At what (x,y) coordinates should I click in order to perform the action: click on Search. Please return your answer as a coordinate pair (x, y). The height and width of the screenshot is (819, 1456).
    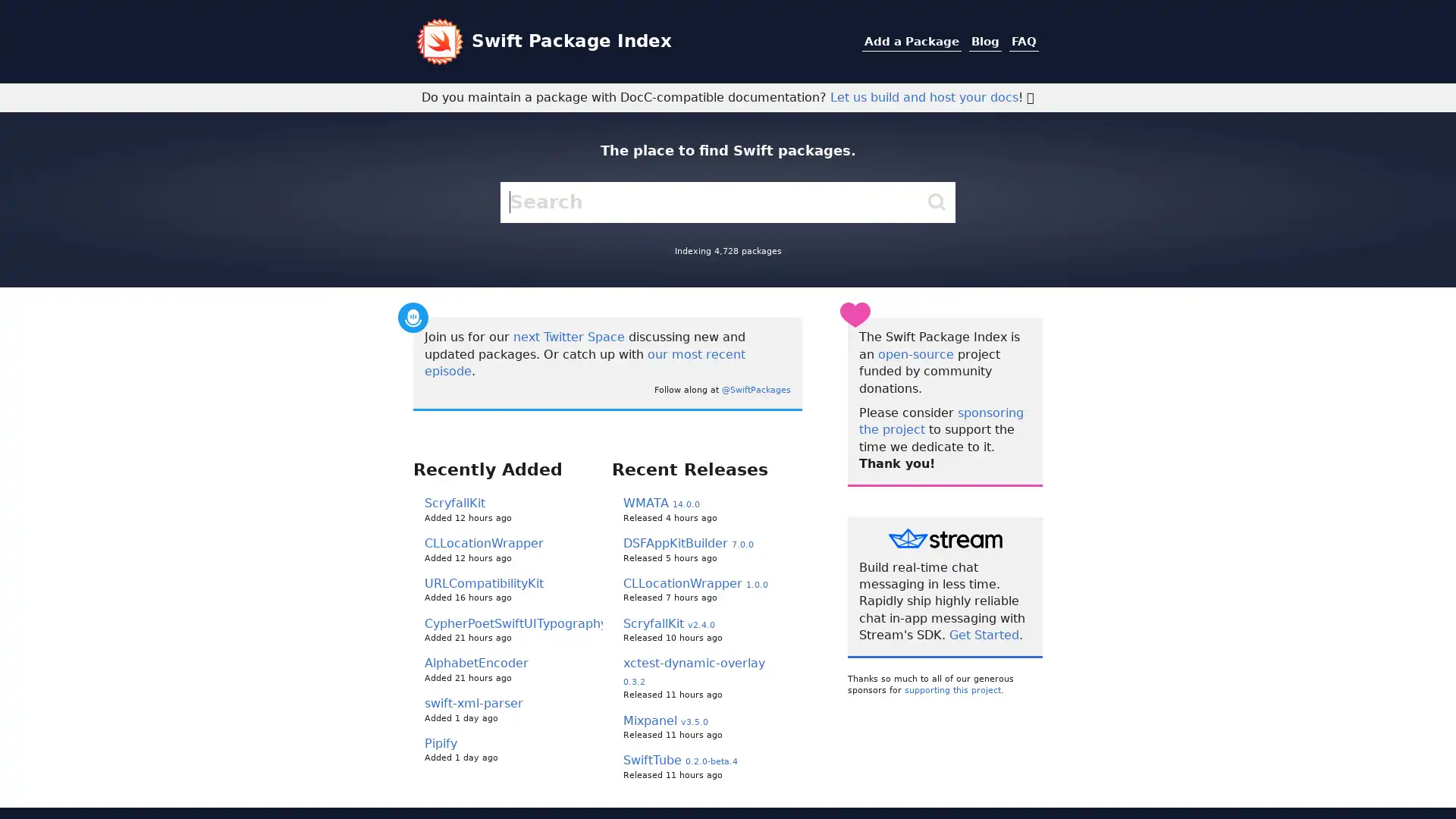
    Looking at the image, I should click on (935, 201).